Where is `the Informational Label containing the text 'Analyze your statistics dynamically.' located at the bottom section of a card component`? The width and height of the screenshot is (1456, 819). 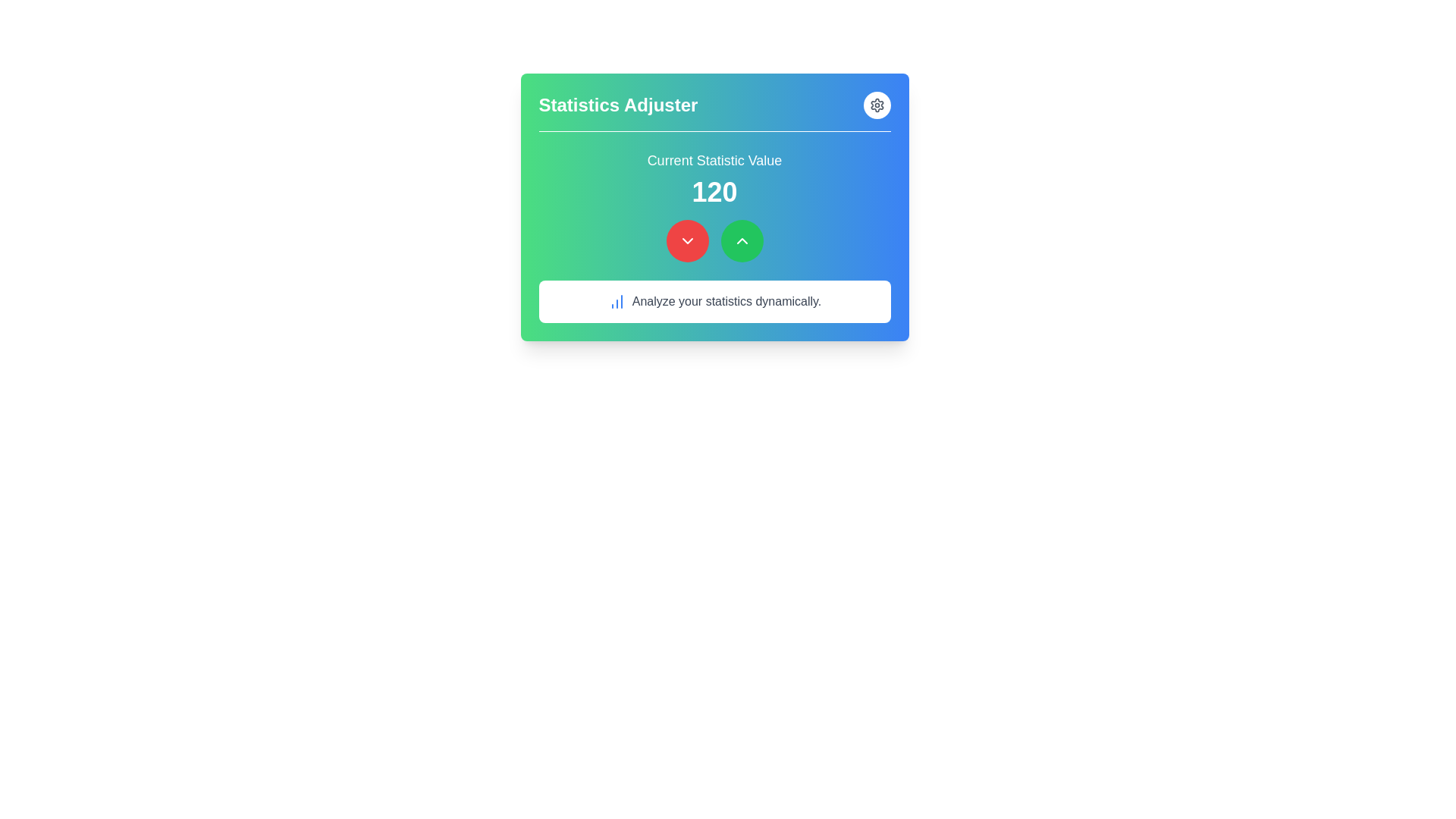
the Informational Label containing the text 'Analyze your statistics dynamically.' located at the bottom section of a card component is located at coordinates (714, 301).